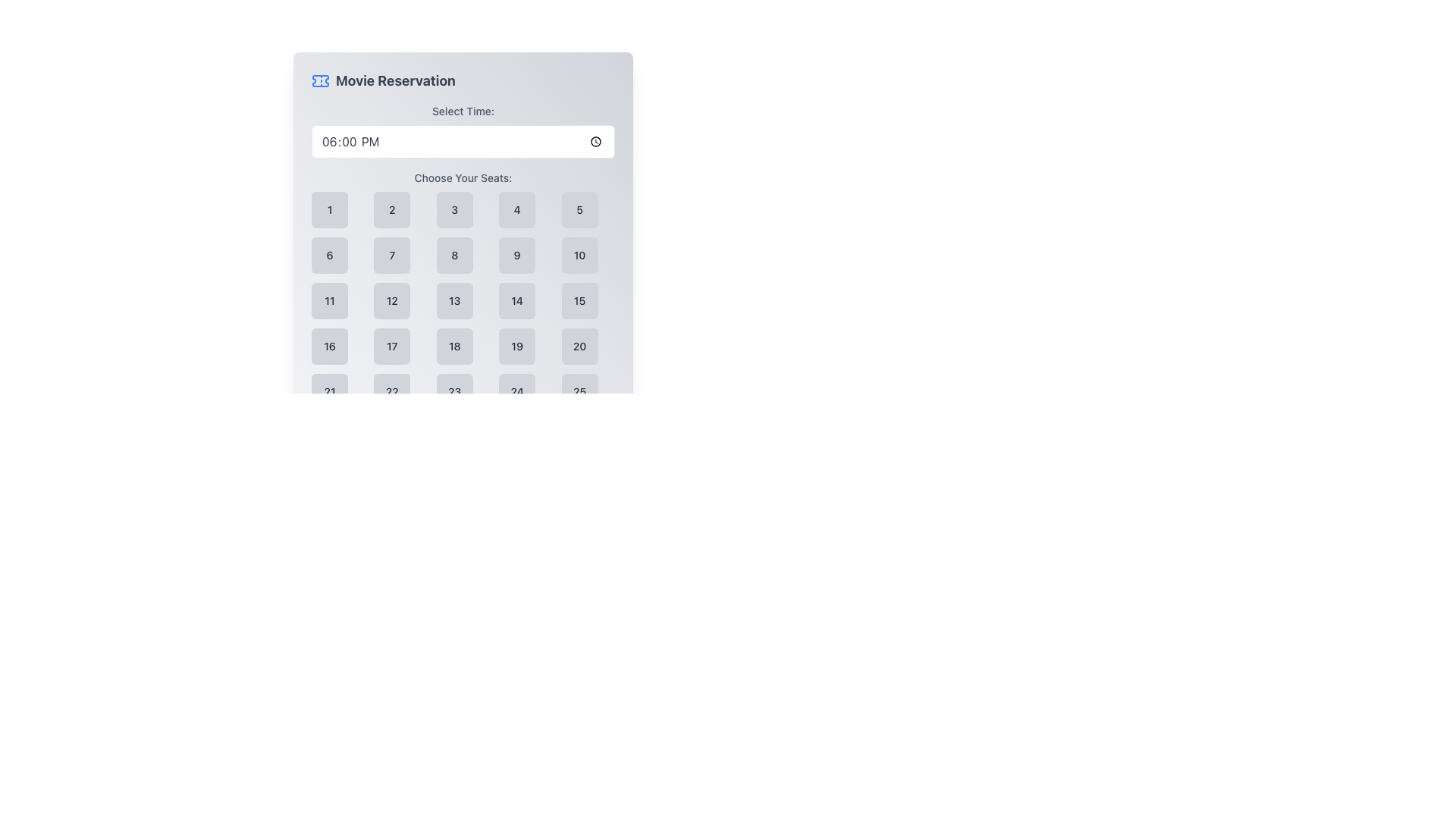 The width and height of the screenshot is (1456, 819). Describe the element at coordinates (392, 210) in the screenshot. I see `the selectable button labeled with number '2' in the seating option grid` at that location.